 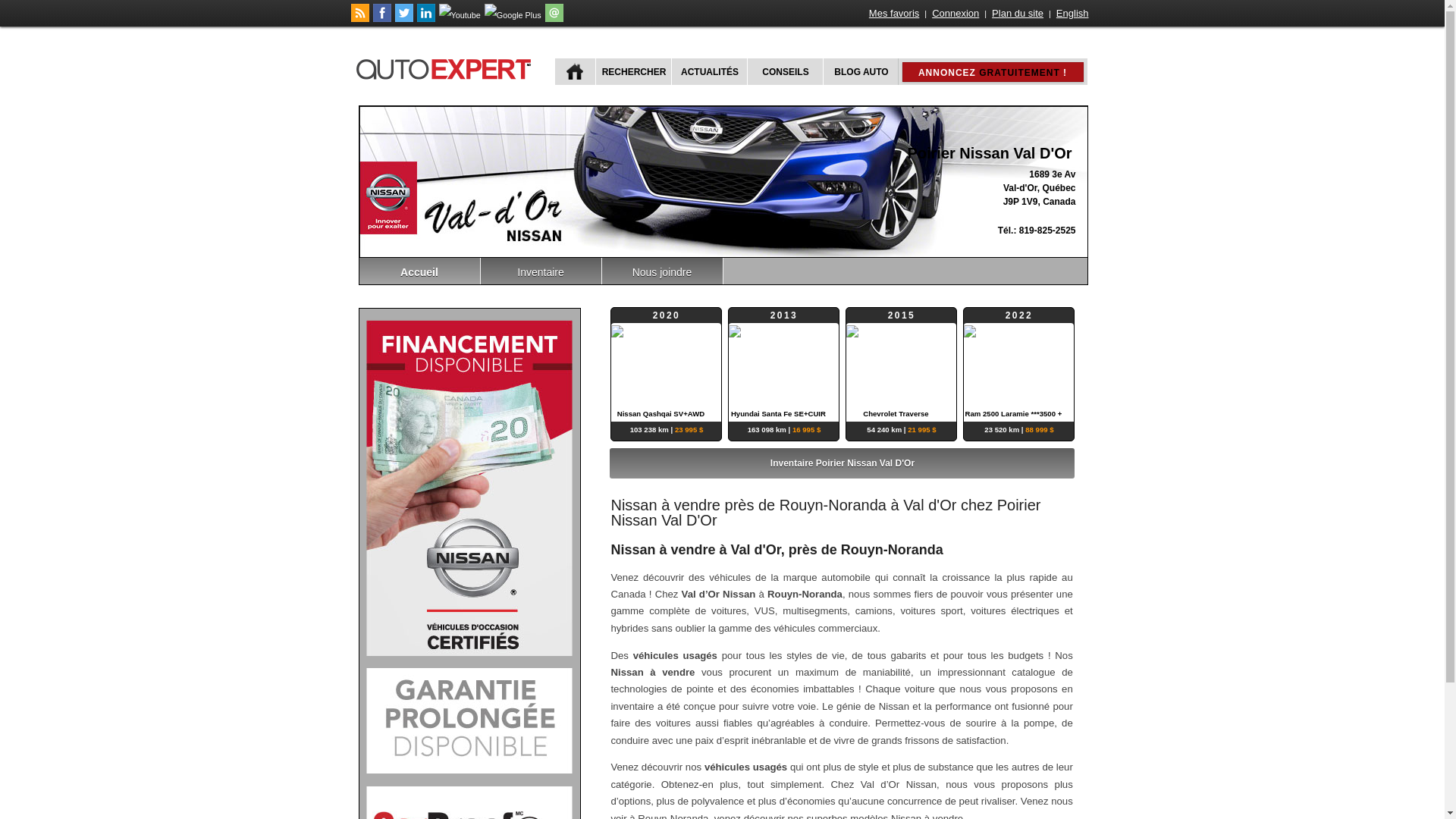 I want to click on 'English', so click(x=1072, y=13).